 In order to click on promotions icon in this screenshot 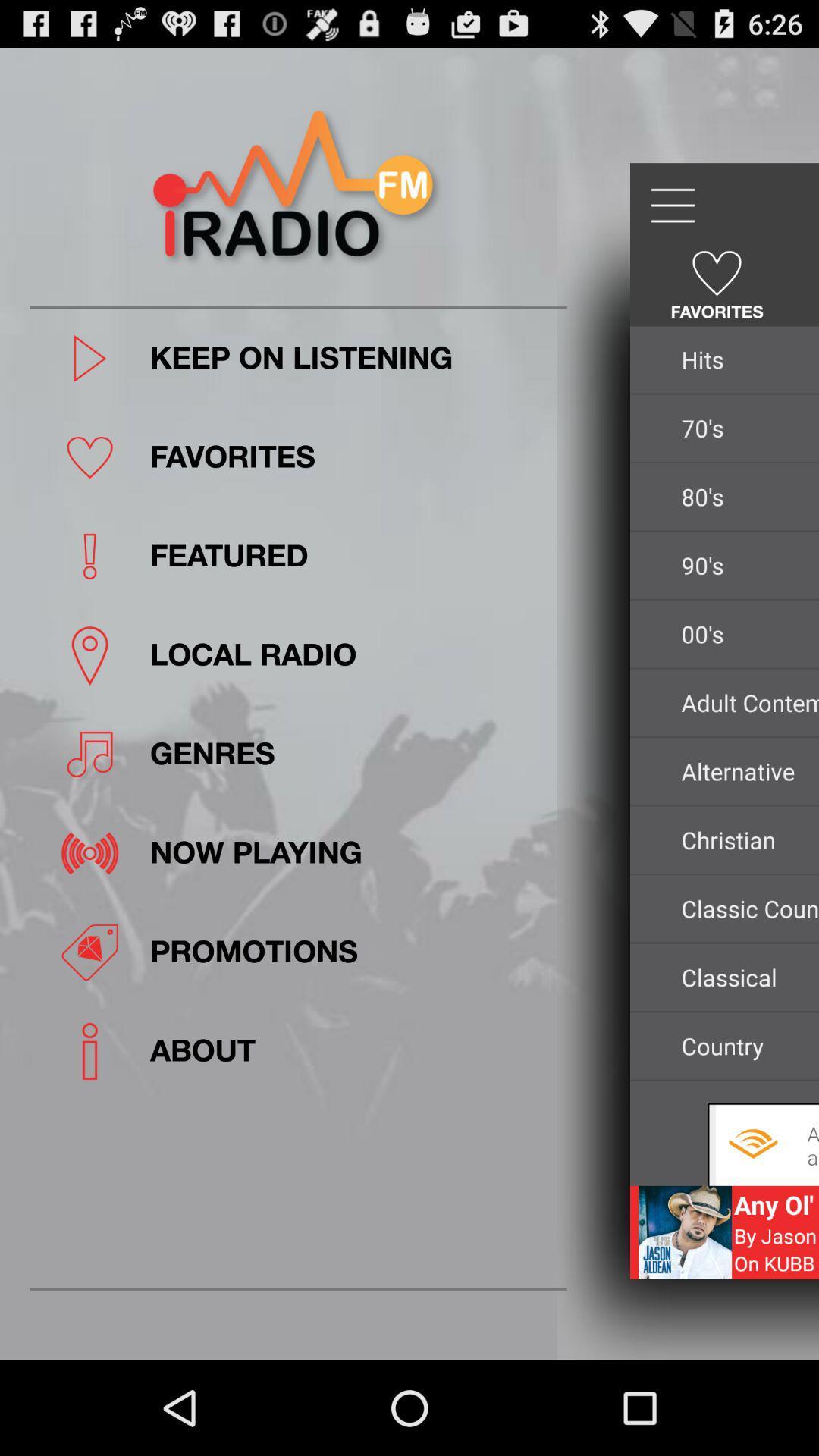, I will do `click(353, 951)`.